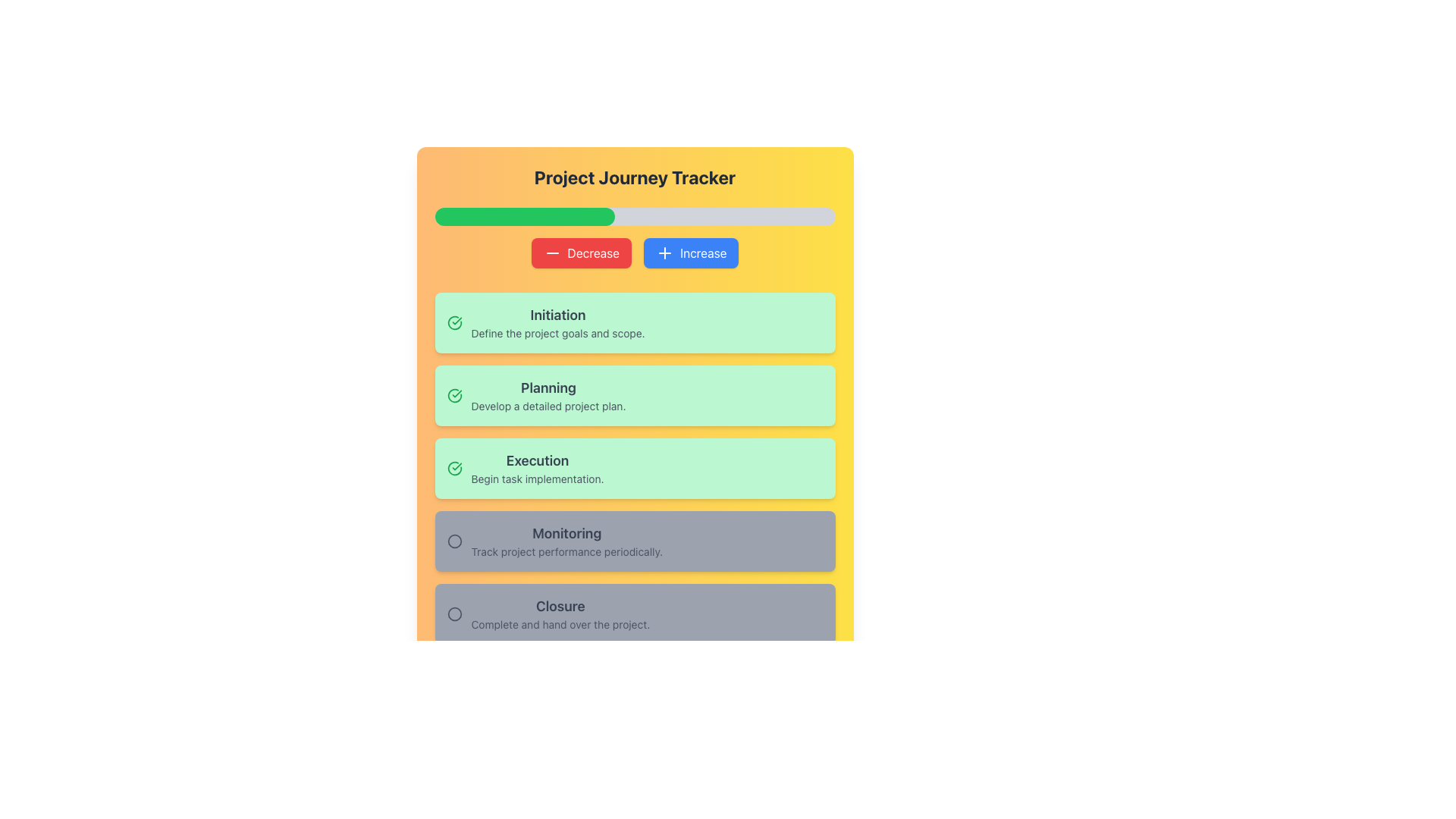 This screenshot has width=1456, height=819. Describe the element at coordinates (557, 315) in the screenshot. I see `the static text header for the 'Initiation' phase of the project tracker, which is located in the green section above the text 'Define the project goals and scope.'` at that location.